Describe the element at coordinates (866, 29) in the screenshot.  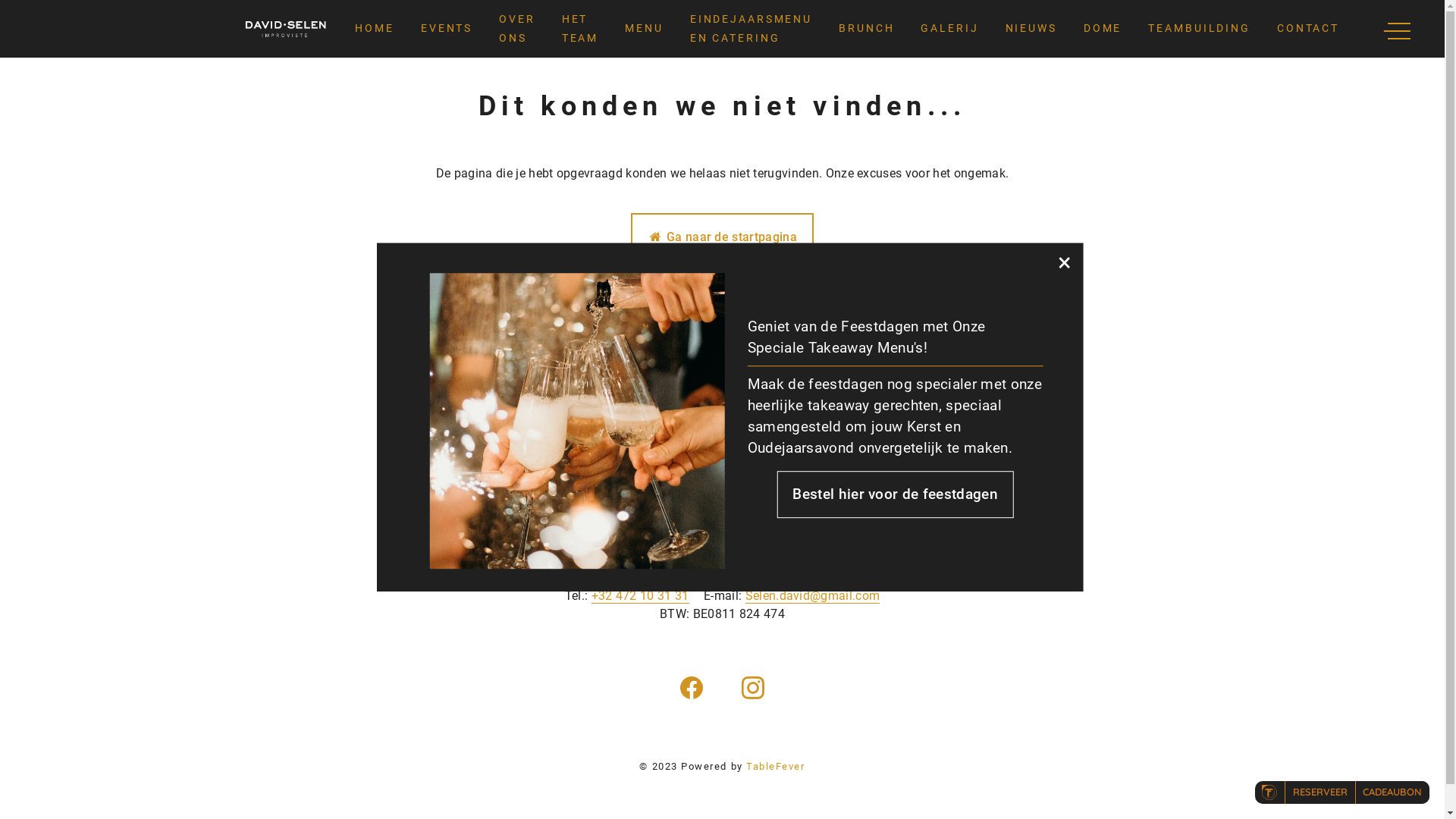
I see `'BRUNCH'` at that location.